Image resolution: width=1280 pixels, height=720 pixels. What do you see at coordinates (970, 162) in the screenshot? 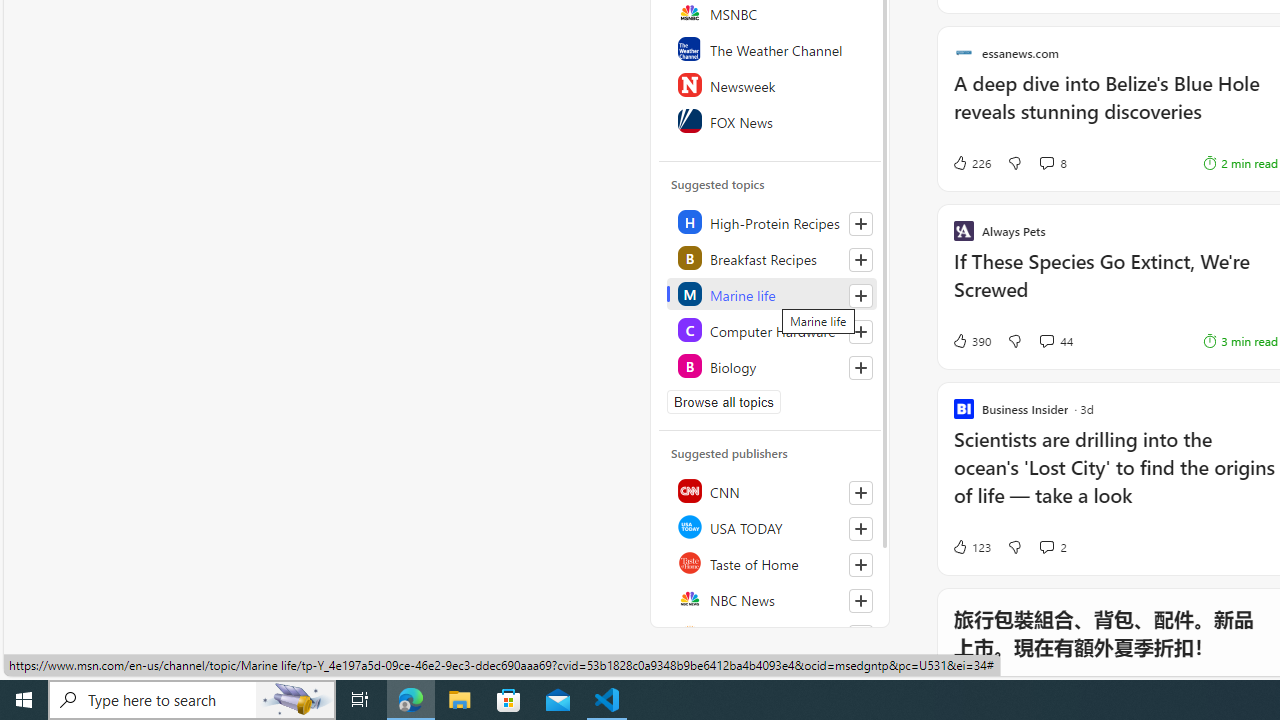
I see `'226 Like'` at bounding box center [970, 162].